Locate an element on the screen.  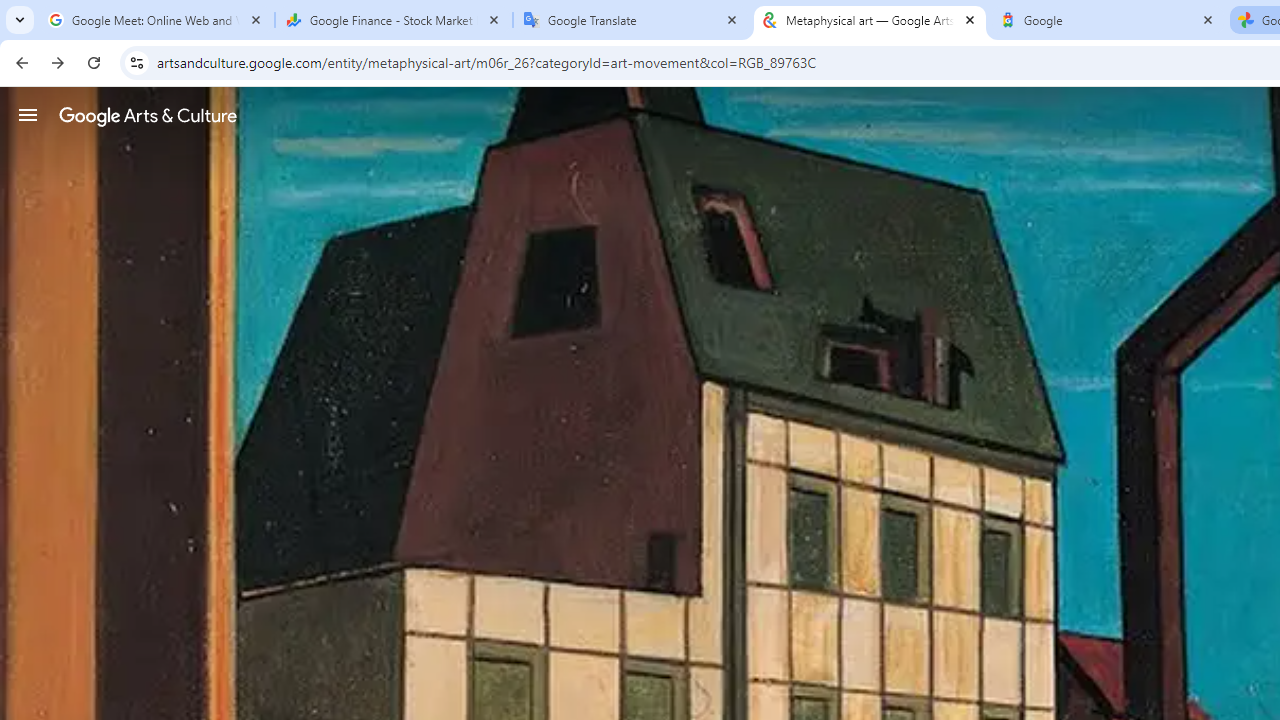
'Google' is located at coordinates (1107, 20).